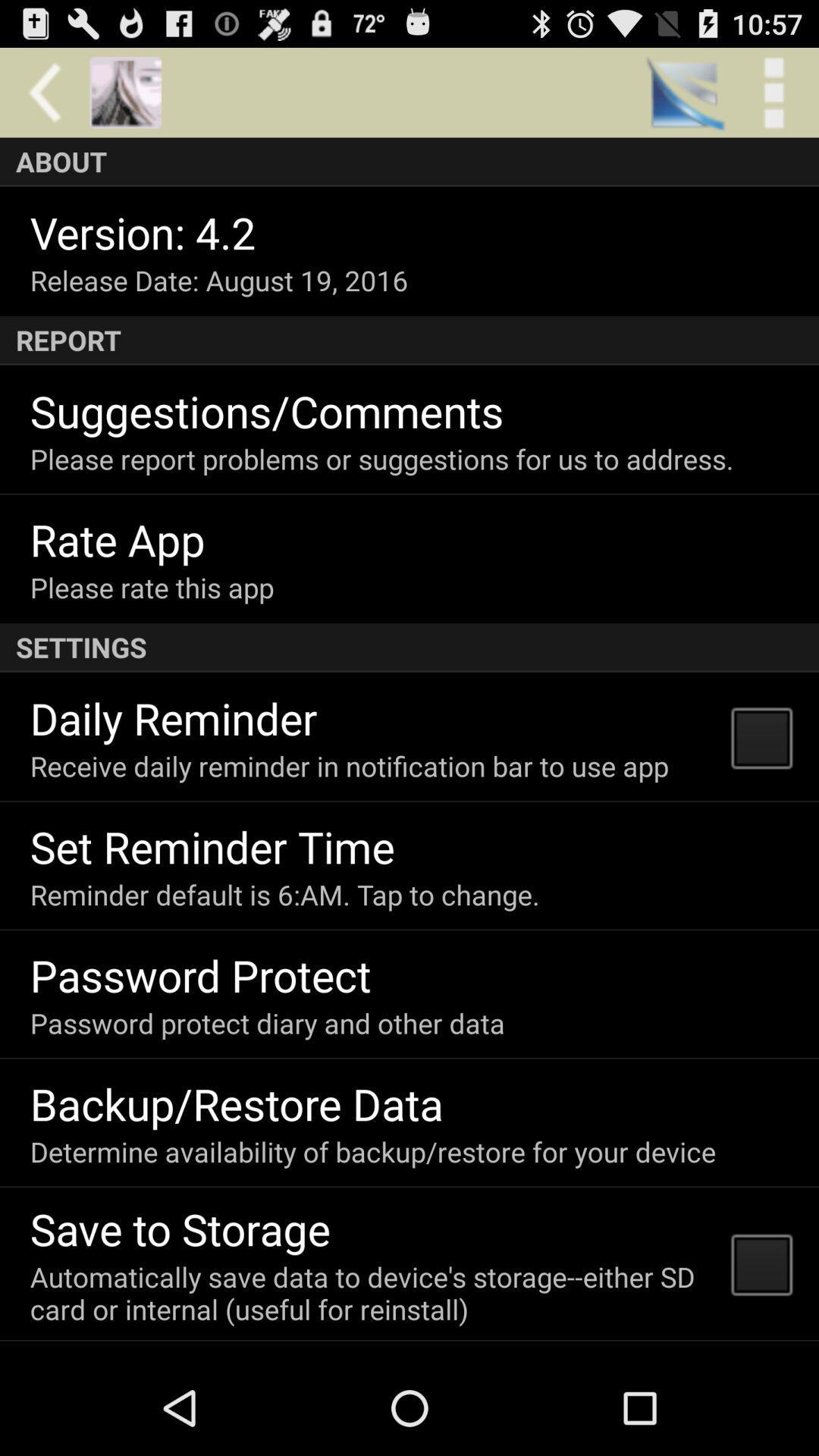 The image size is (819, 1456). I want to click on the item above the about app, so click(773, 92).